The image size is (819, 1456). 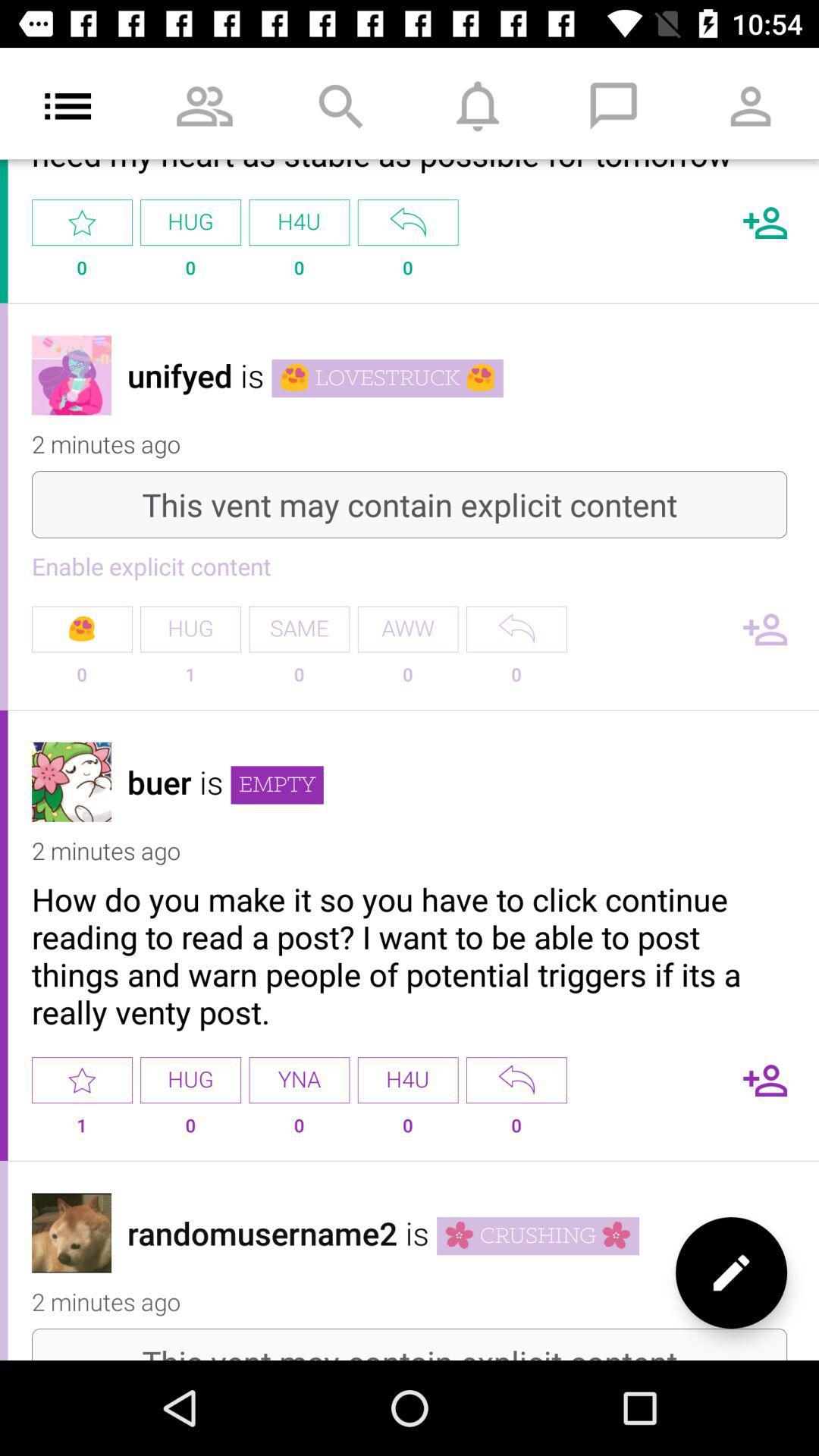 What do you see at coordinates (82, 1079) in the screenshot?
I see `like status` at bounding box center [82, 1079].